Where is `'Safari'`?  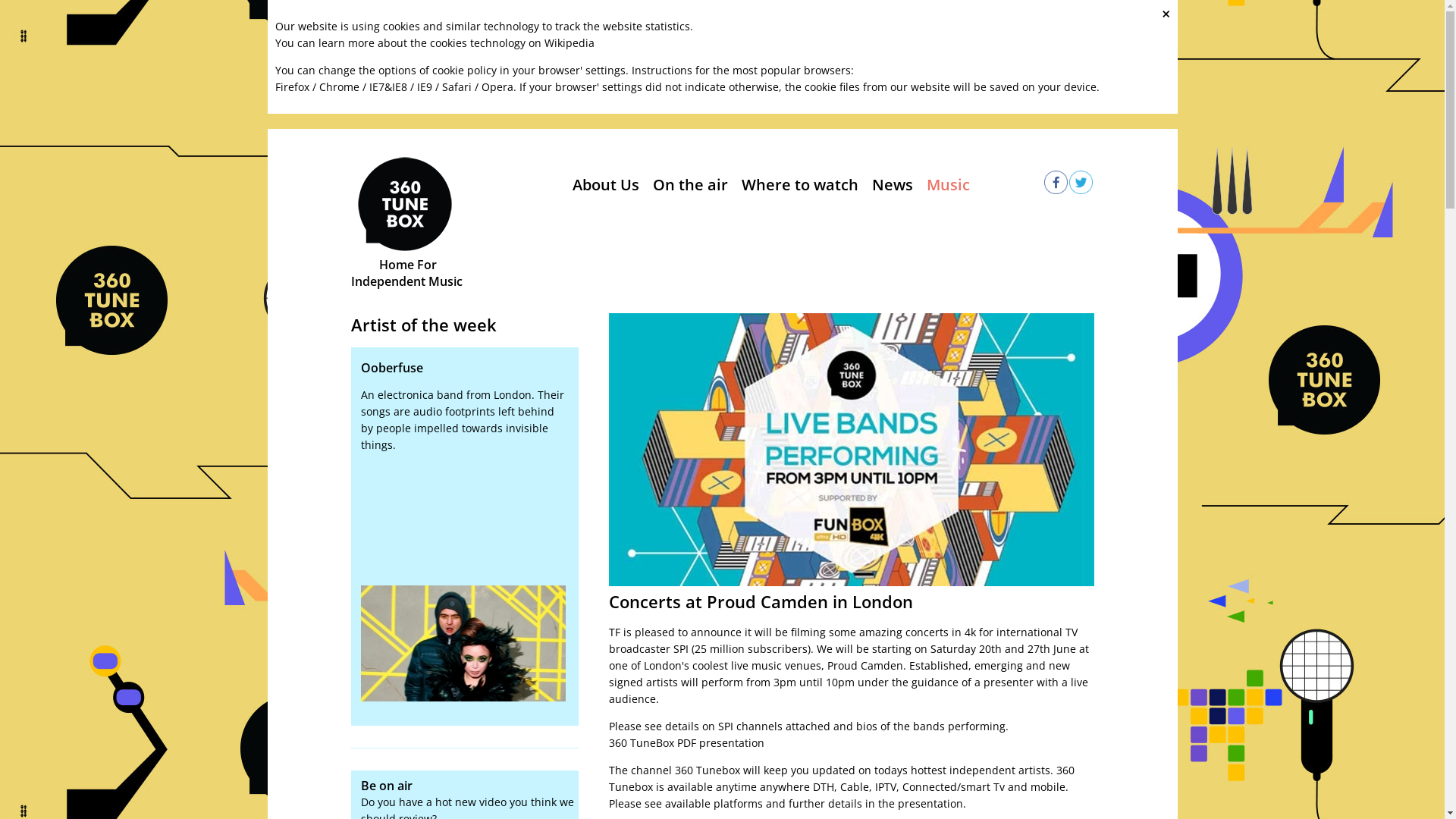
'Safari' is located at coordinates (455, 86).